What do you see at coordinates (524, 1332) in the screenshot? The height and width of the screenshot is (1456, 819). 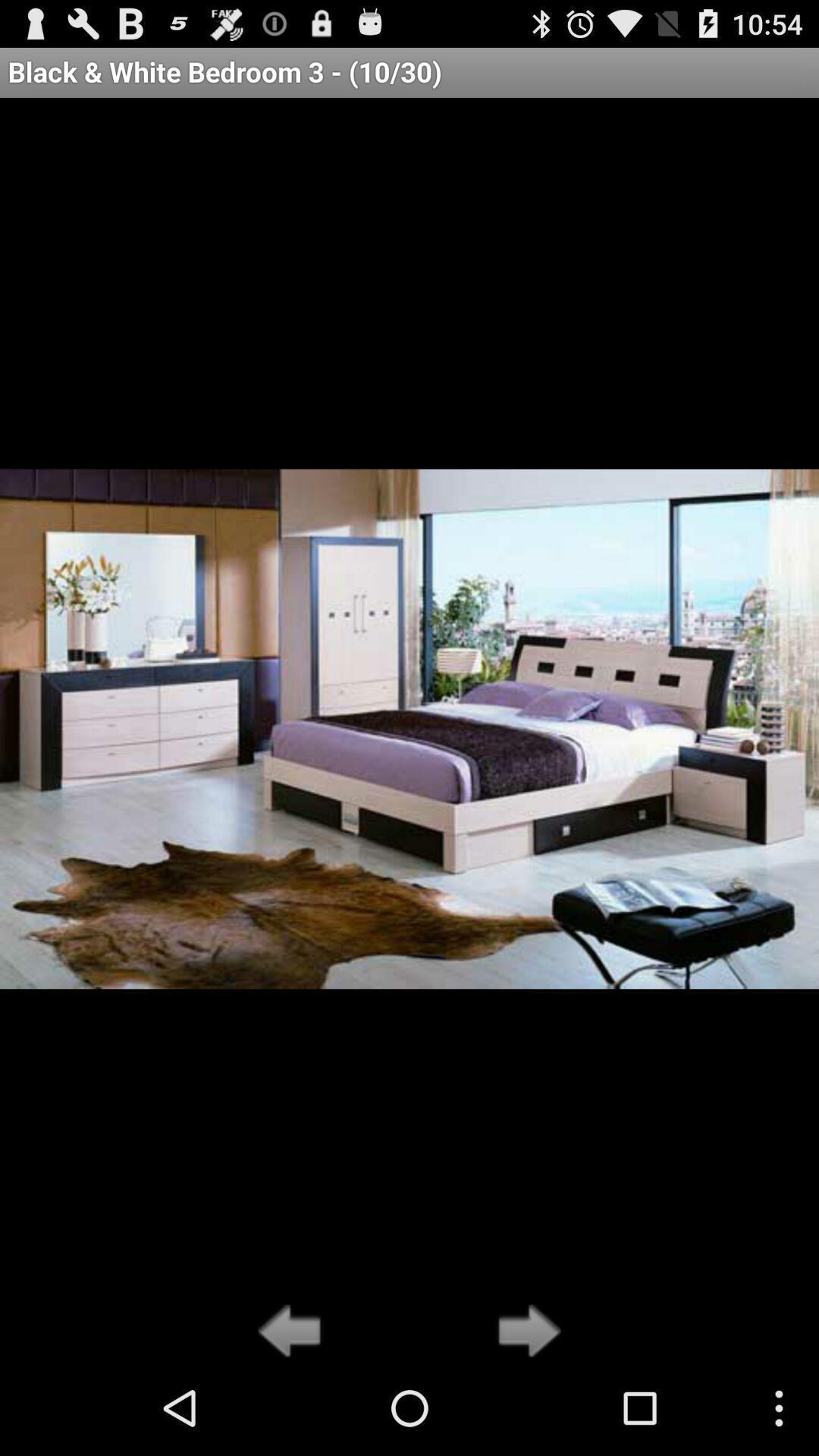 I see `the icon below black white bedroom` at bounding box center [524, 1332].